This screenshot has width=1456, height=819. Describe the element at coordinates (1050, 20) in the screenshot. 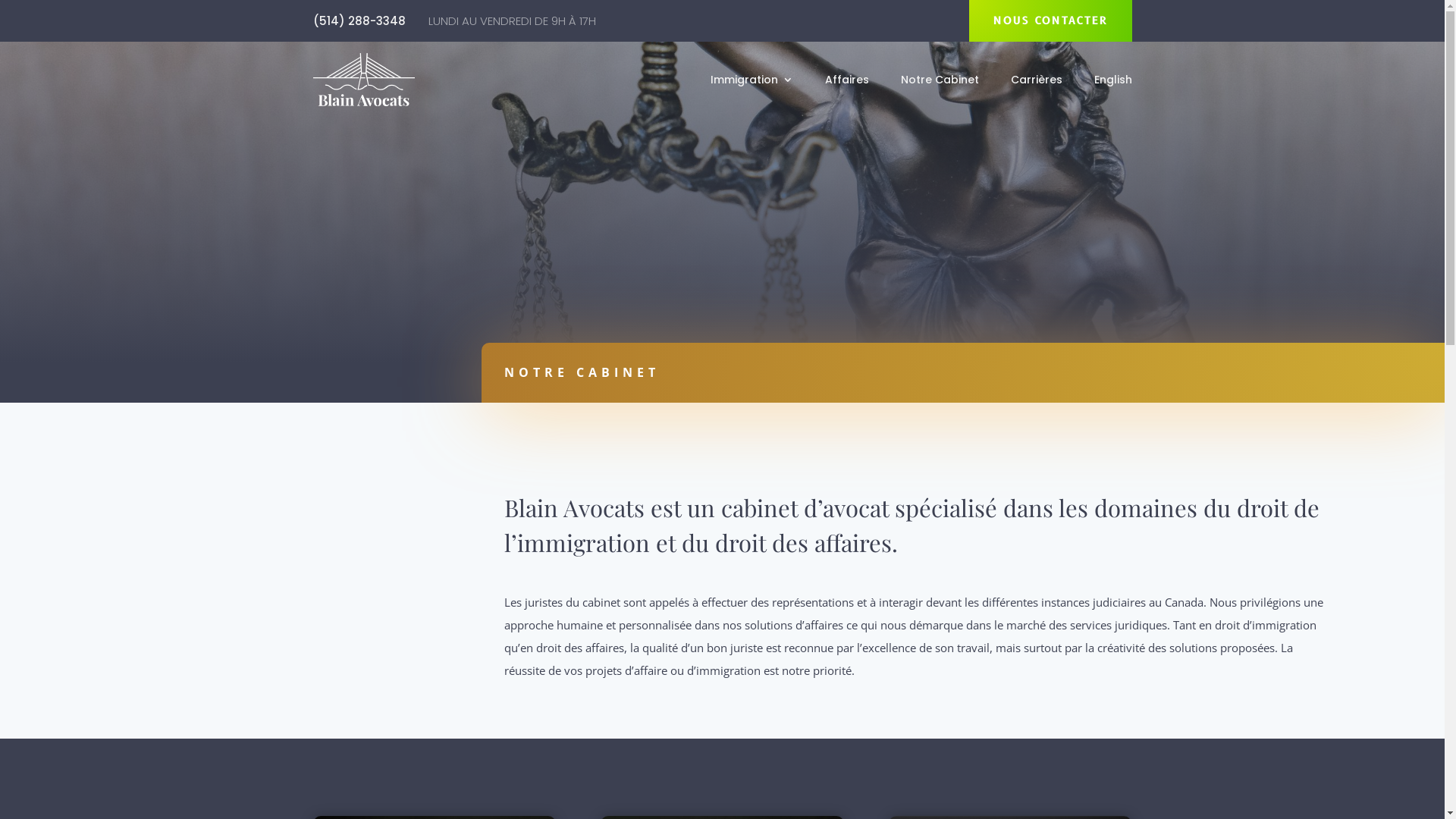

I see `'NOUS CONTACTER'` at that location.